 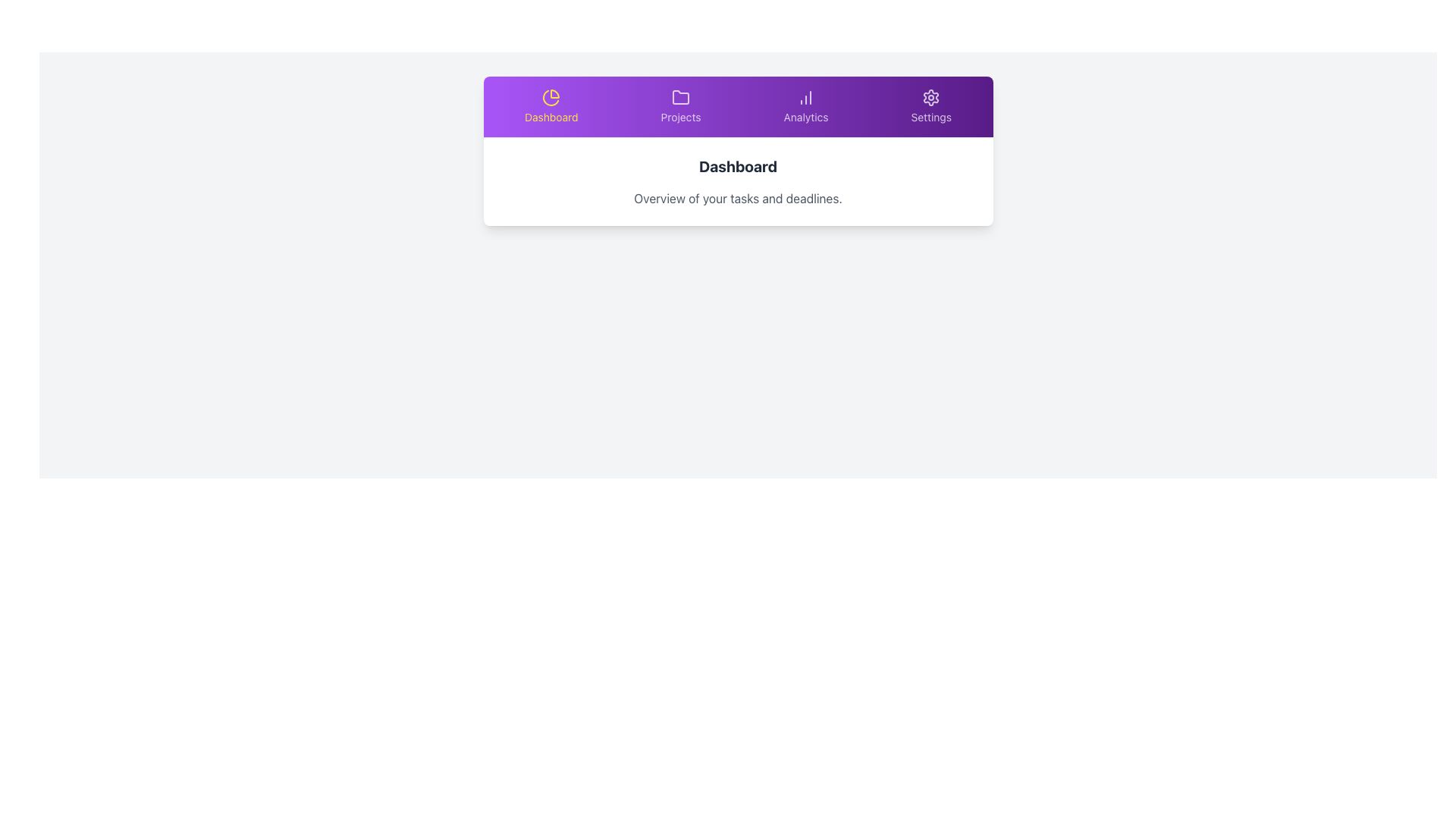 I want to click on the navigation button located in the second position of the menu, so click(x=679, y=106).